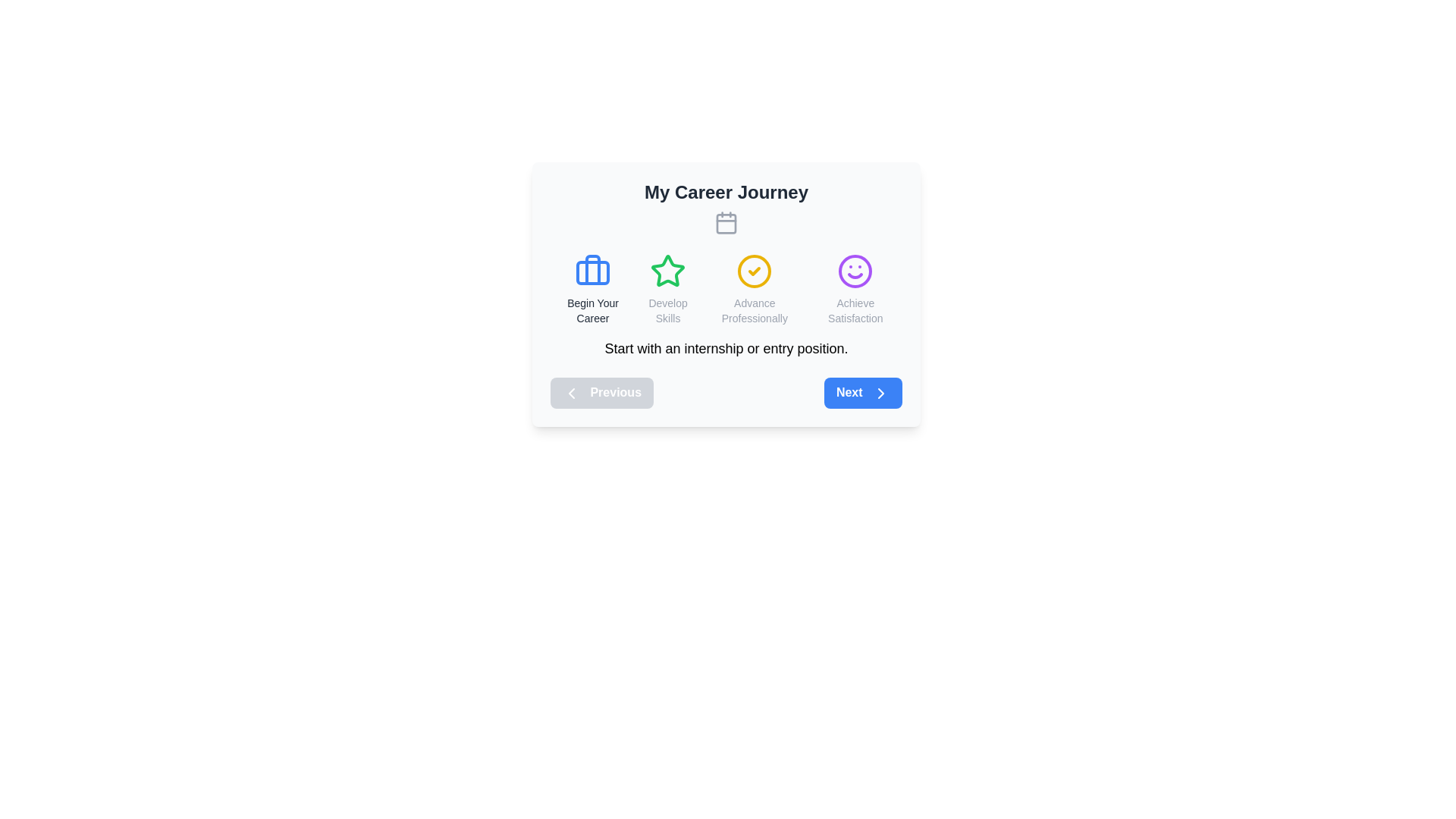 This screenshot has height=819, width=1456. Describe the element at coordinates (667, 271) in the screenshot. I see `the five-pointed star icon with a green outline located in the 'Develop Skills' section above the text 'Develop Skills'` at that location.